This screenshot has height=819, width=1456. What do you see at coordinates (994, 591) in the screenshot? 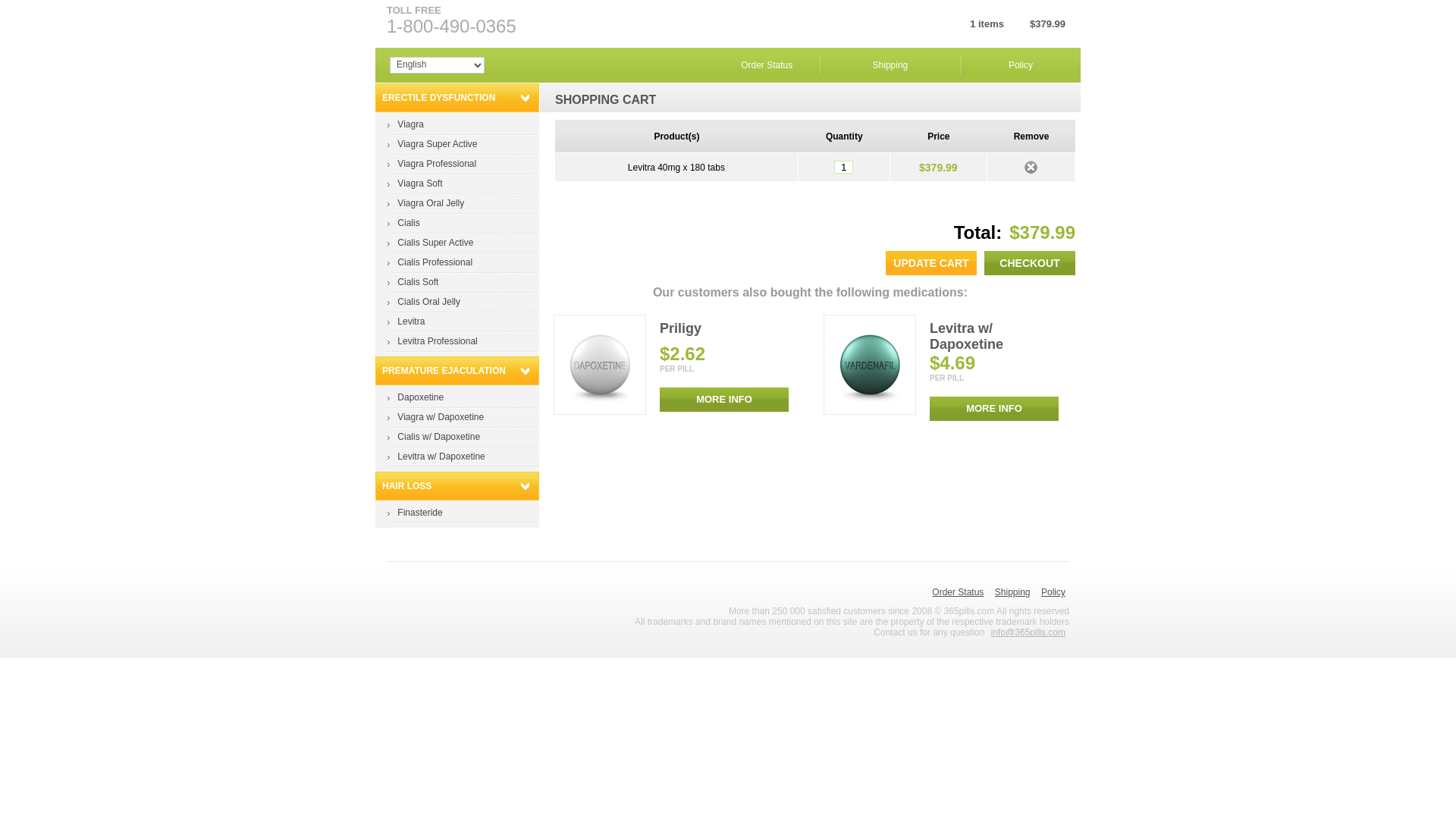
I see `'Shipping'` at bounding box center [994, 591].